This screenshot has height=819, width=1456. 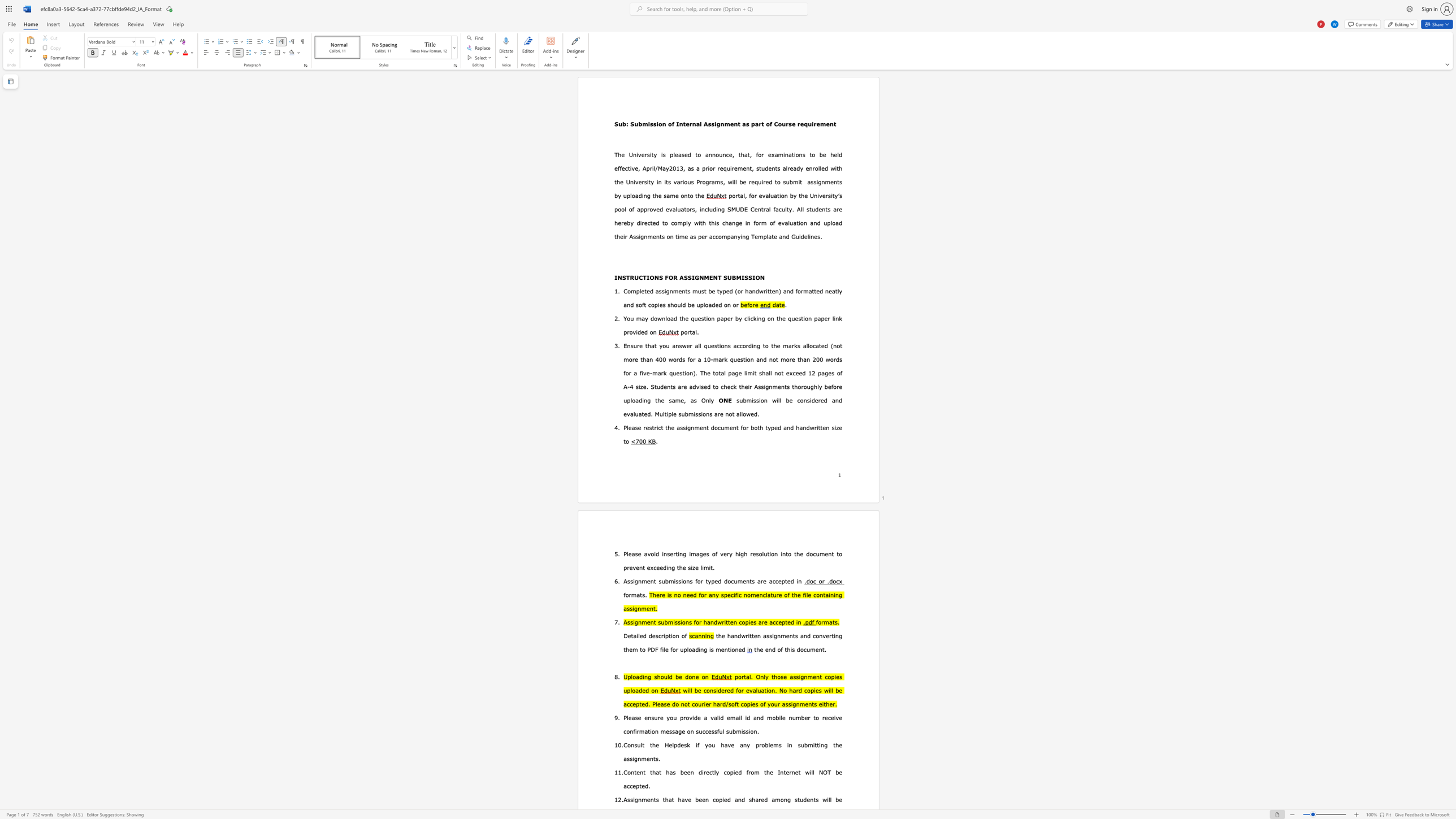 I want to click on the subset text "in" within the text "are accepted in", so click(x=796, y=580).